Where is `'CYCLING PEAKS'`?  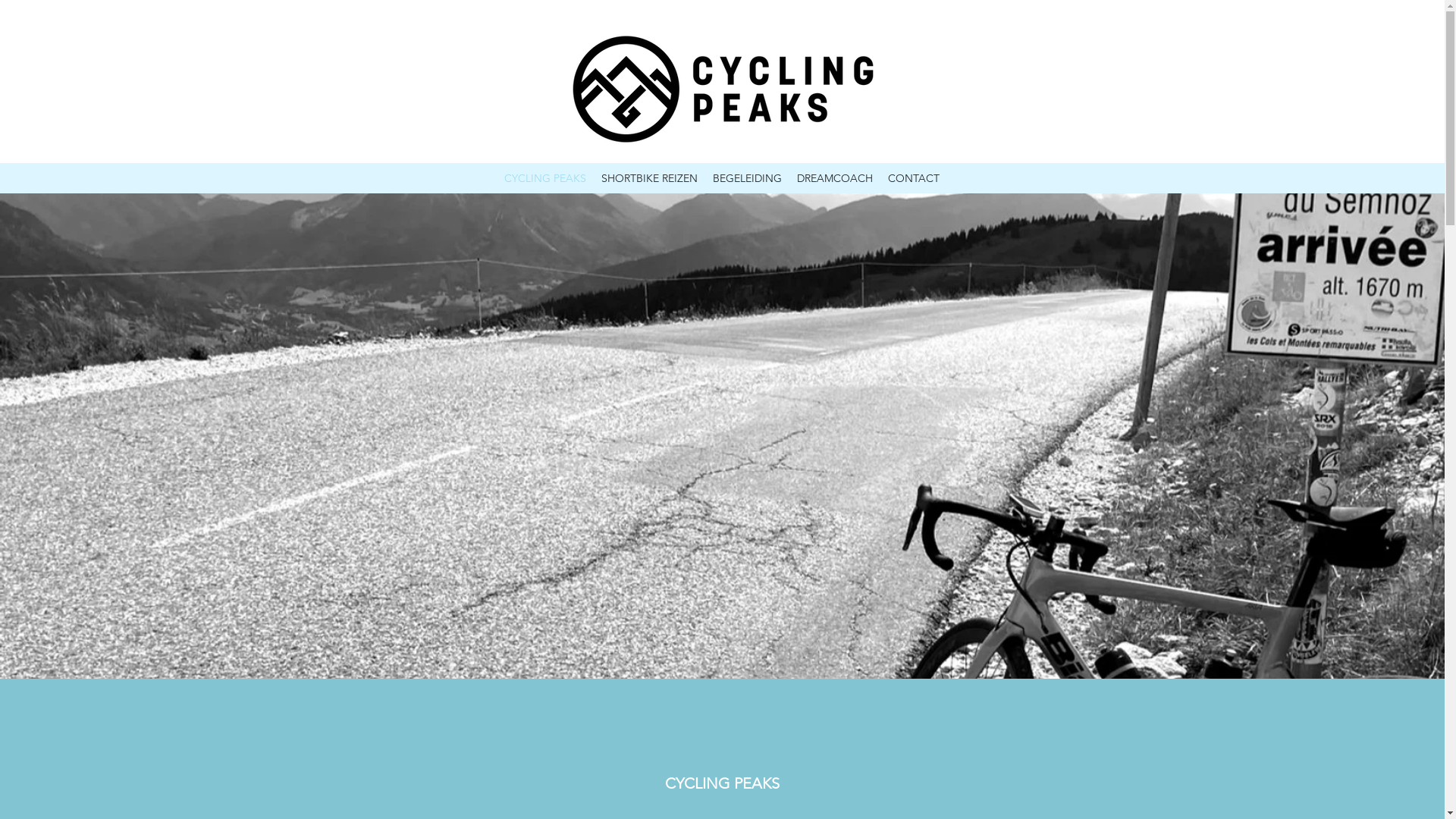
'CYCLING PEAKS' is located at coordinates (545, 177).